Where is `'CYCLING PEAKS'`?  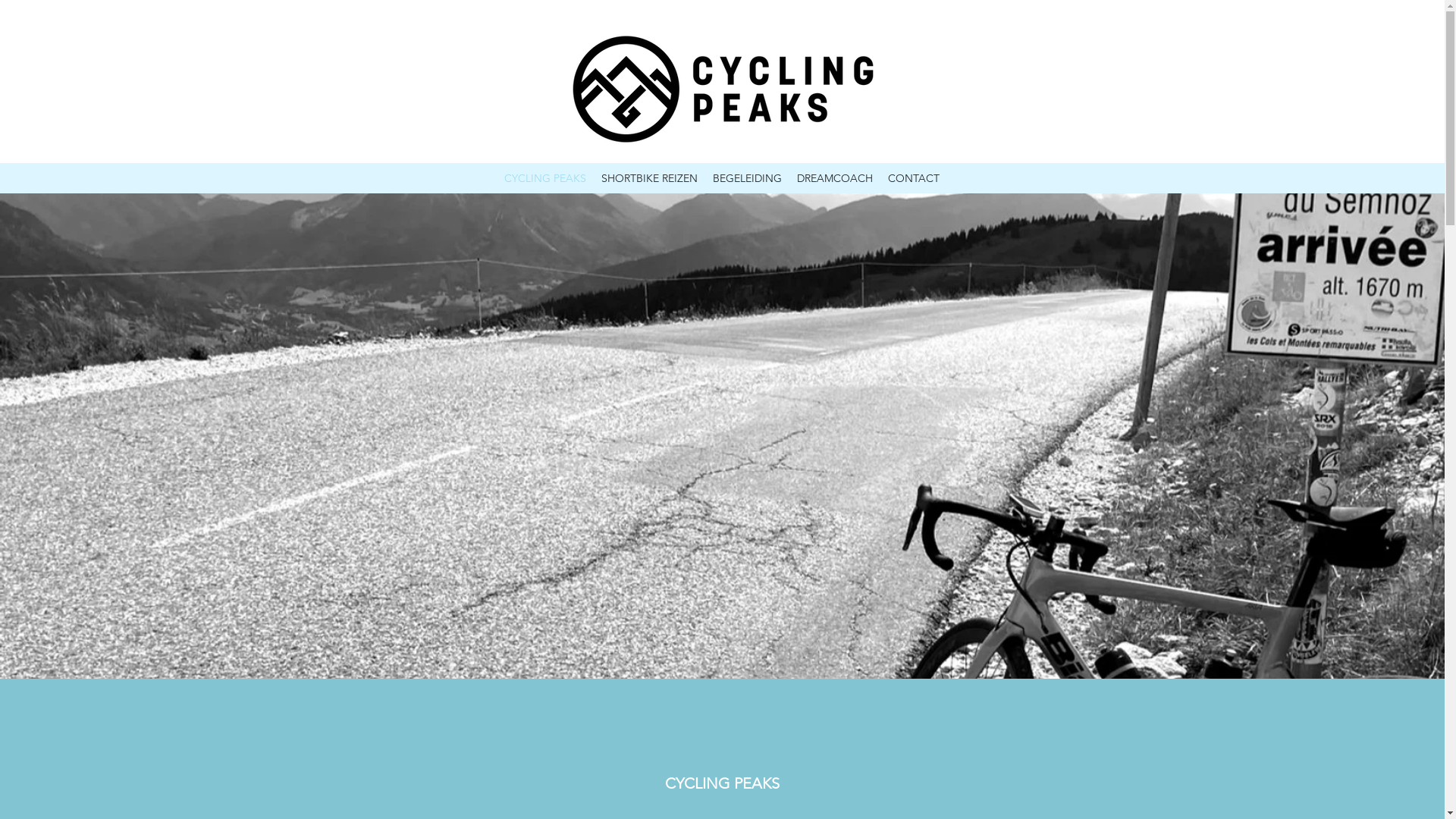
'CYCLING PEAKS' is located at coordinates (545, 177).